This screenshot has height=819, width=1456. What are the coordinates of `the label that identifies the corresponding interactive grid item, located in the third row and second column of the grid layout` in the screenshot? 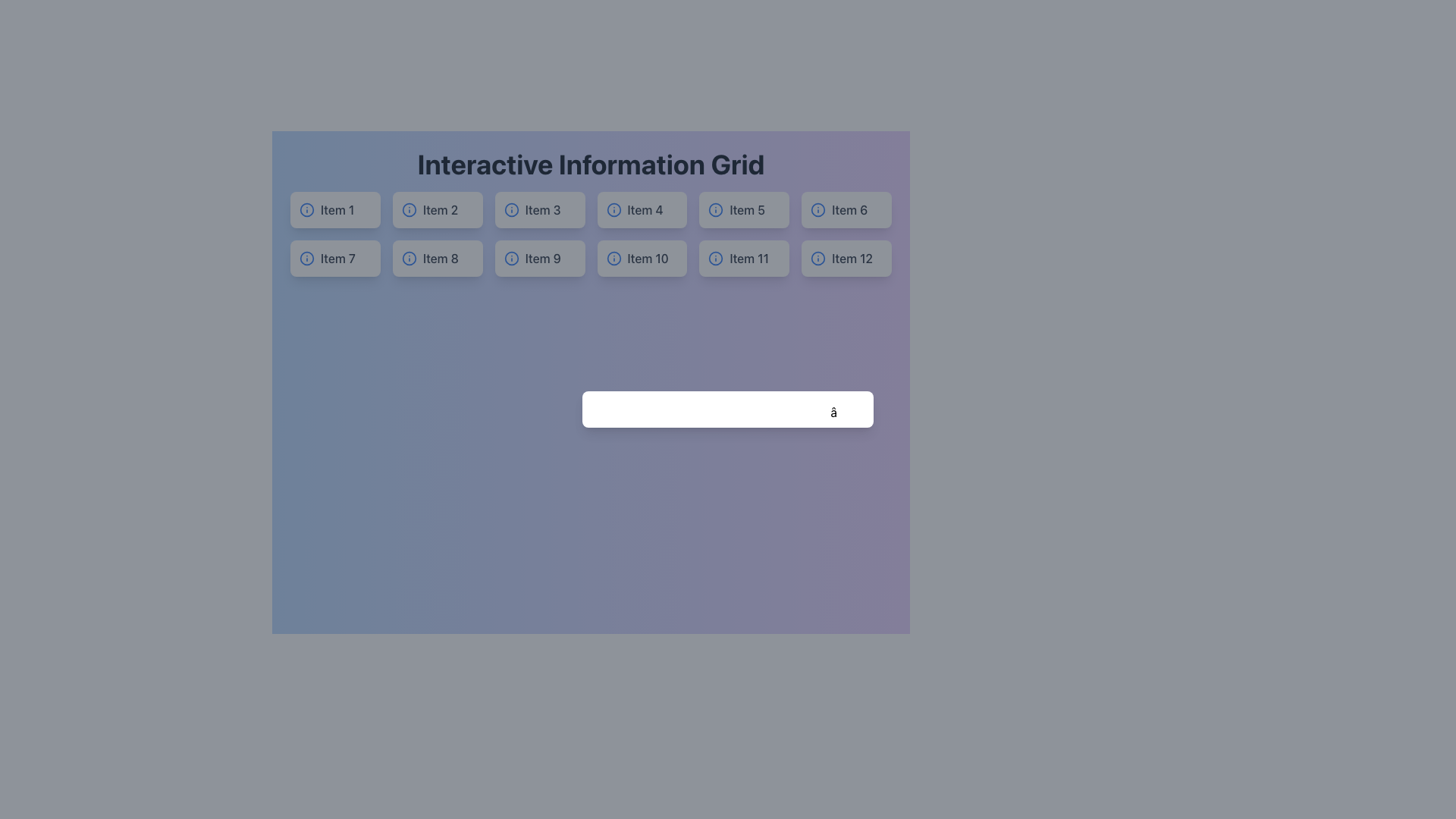 It's located at (648, 257).